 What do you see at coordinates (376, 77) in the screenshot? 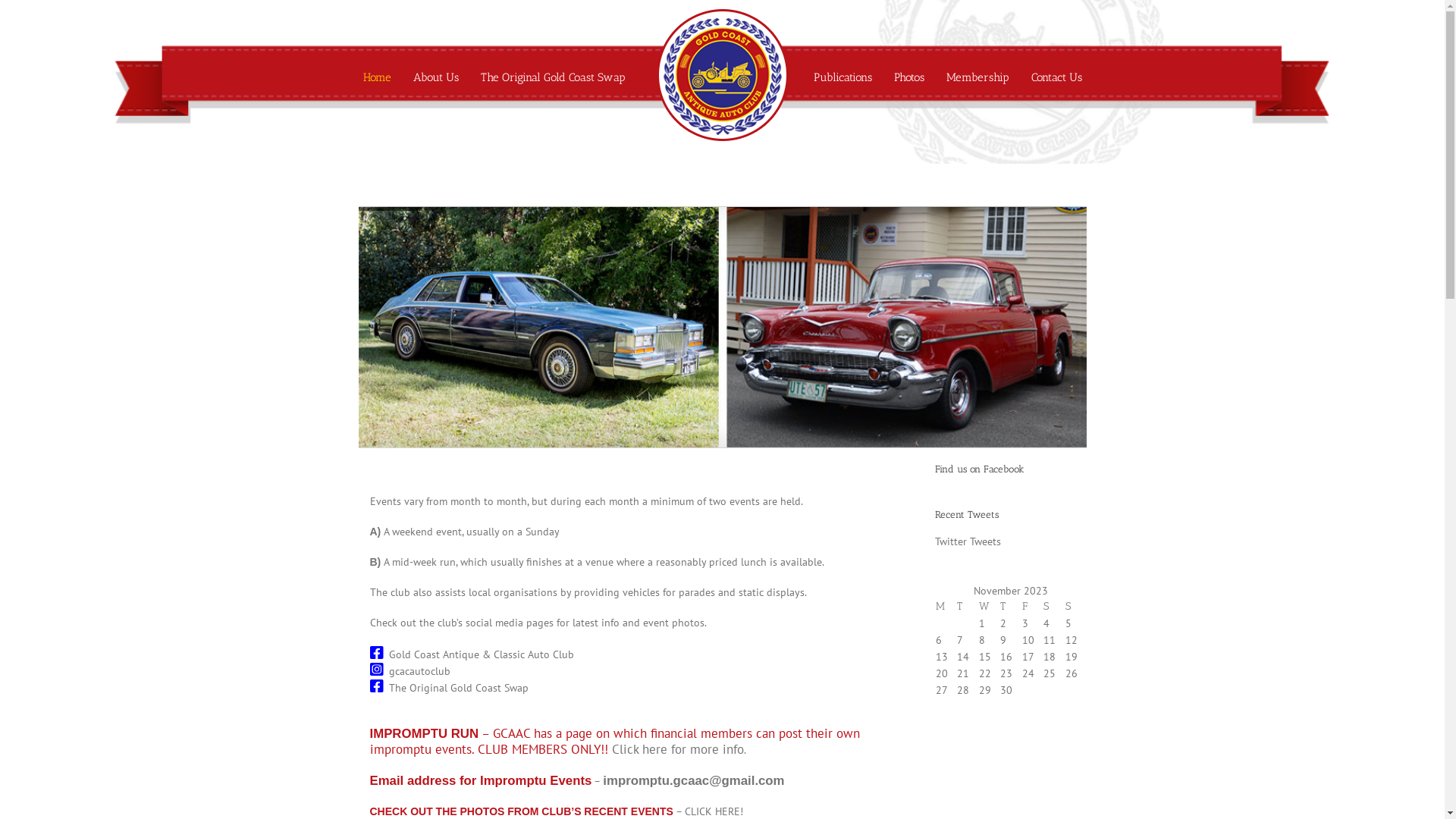
I see `'Home'` at bounding box center [376, 77].